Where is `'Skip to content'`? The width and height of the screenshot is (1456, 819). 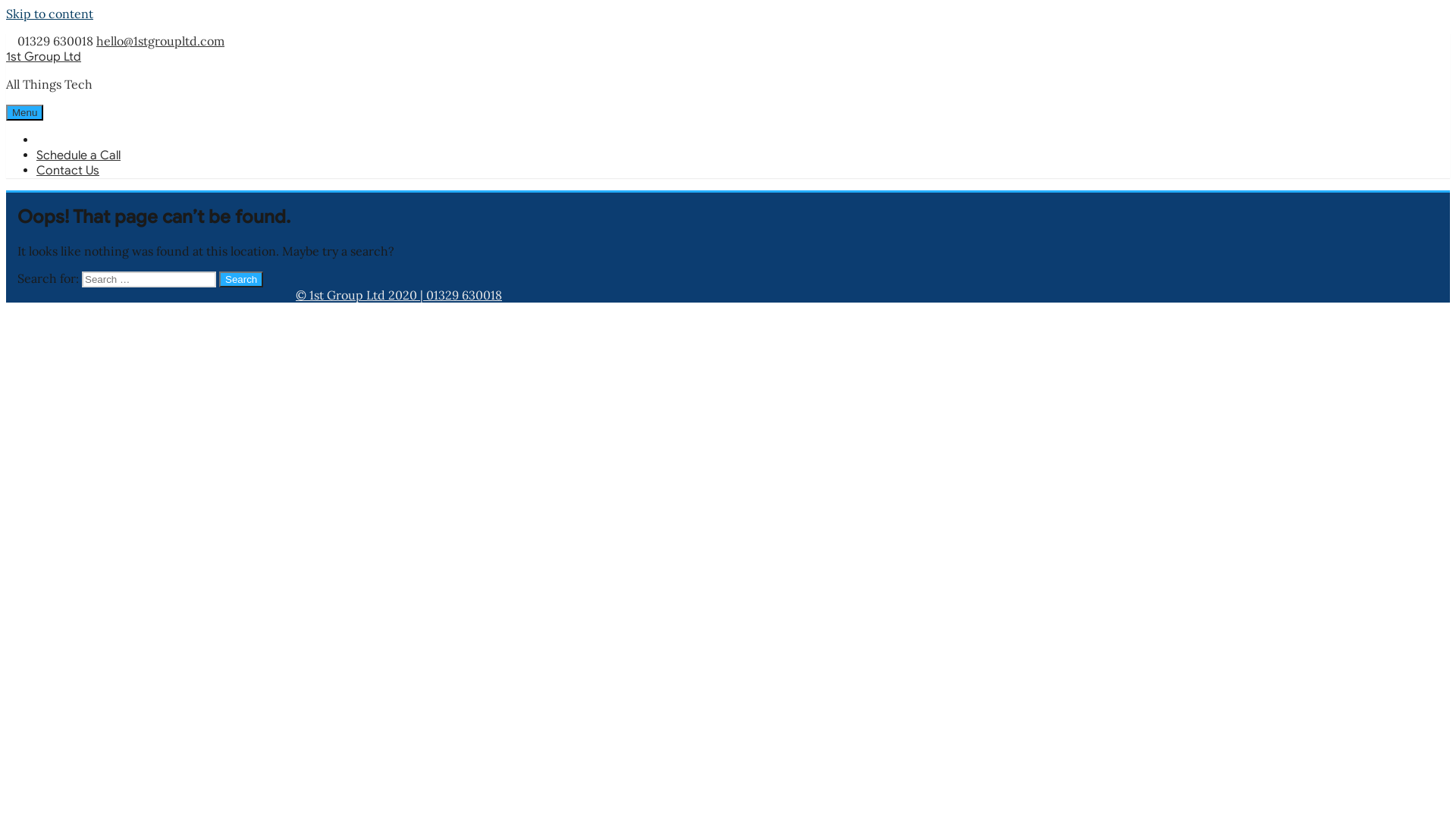
'Skip to content' is located at coordinates (49, 14).